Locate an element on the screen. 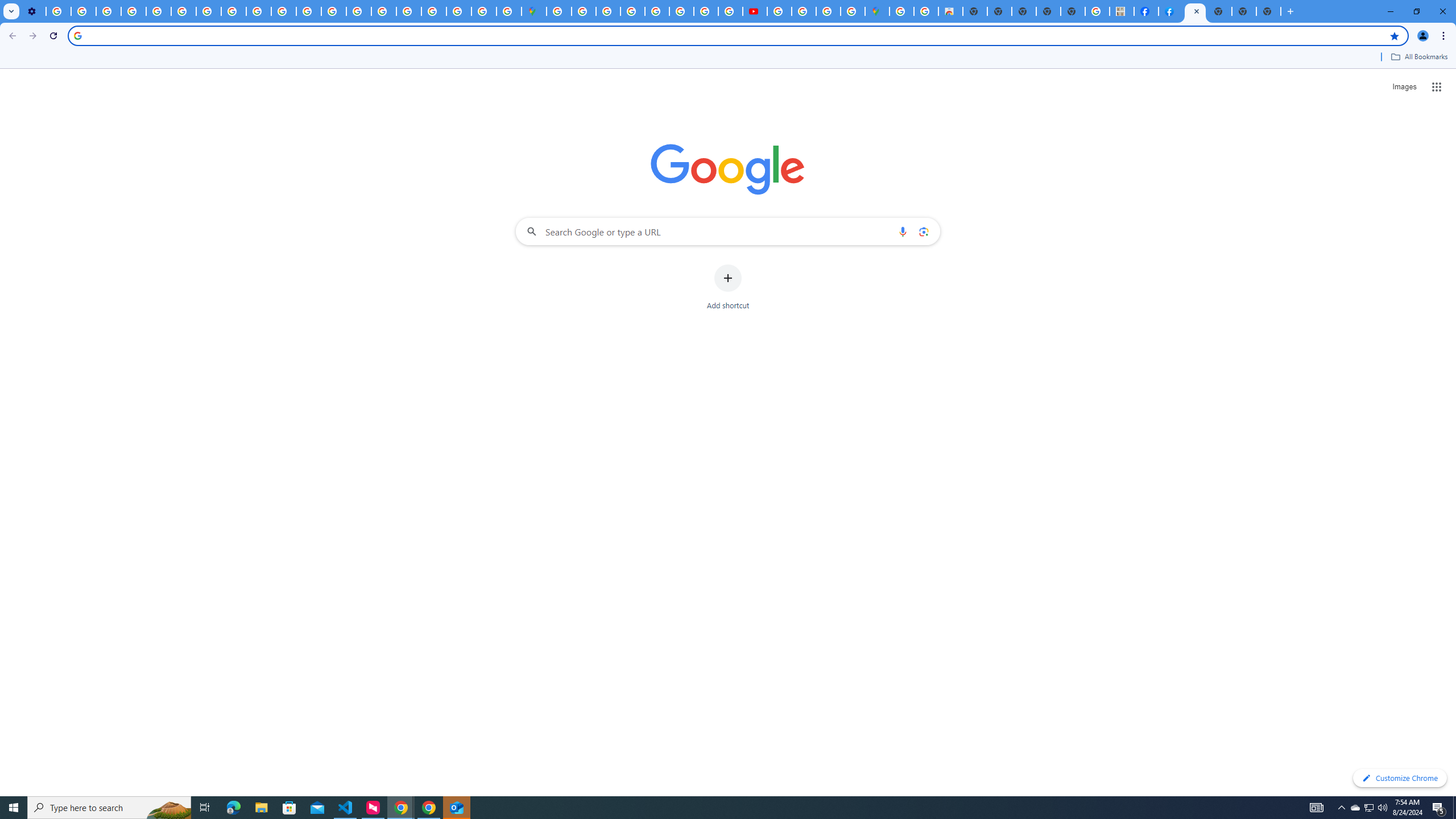 The width and height of the screenshot is (1456, 819). 'Learn how to find your photos - Google Photos Help' is located at coordinates (83, 11).